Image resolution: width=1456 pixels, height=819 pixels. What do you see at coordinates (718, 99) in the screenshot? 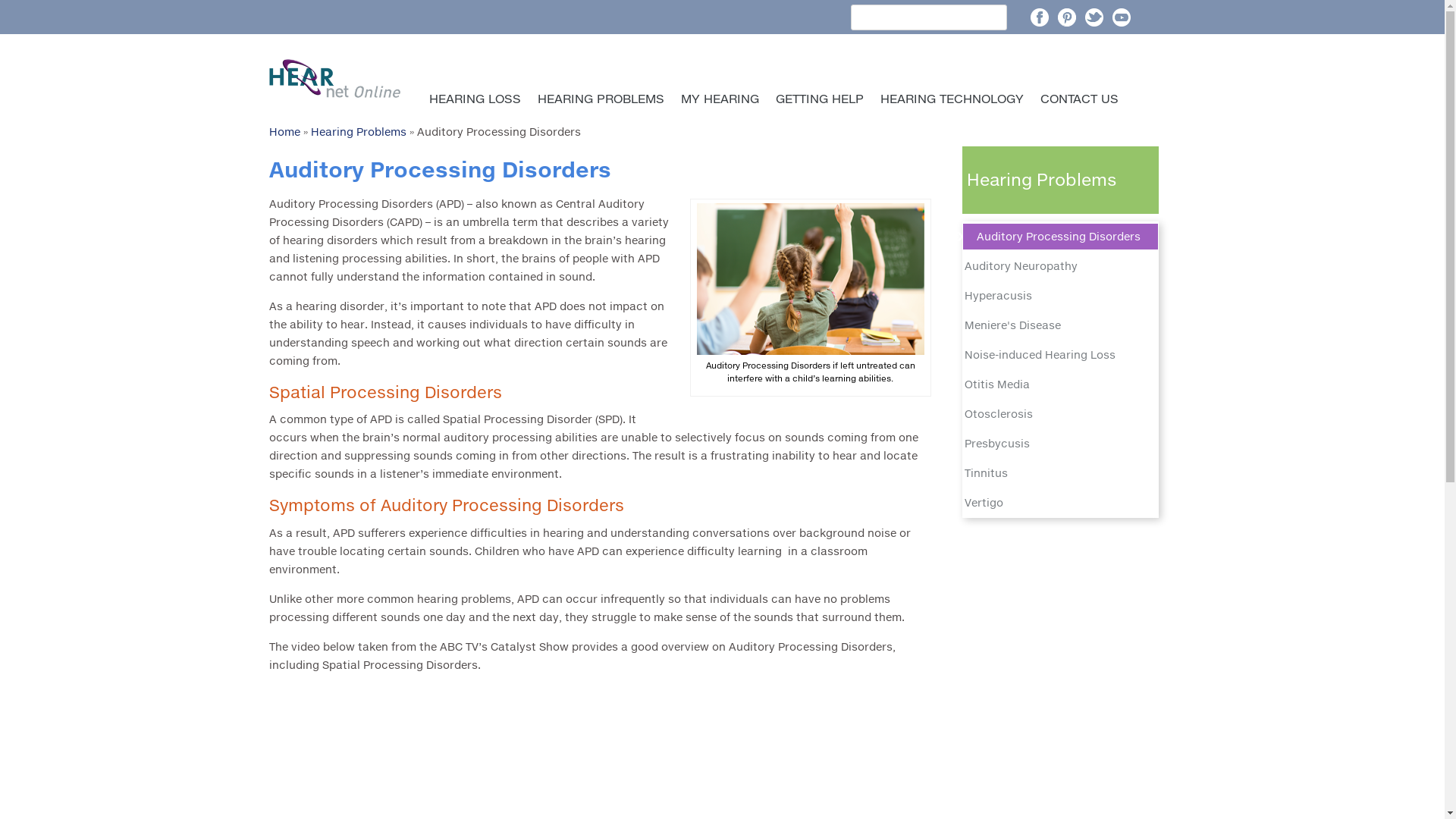
I see `'MY HEARING'` at bounding box center [718, 99].